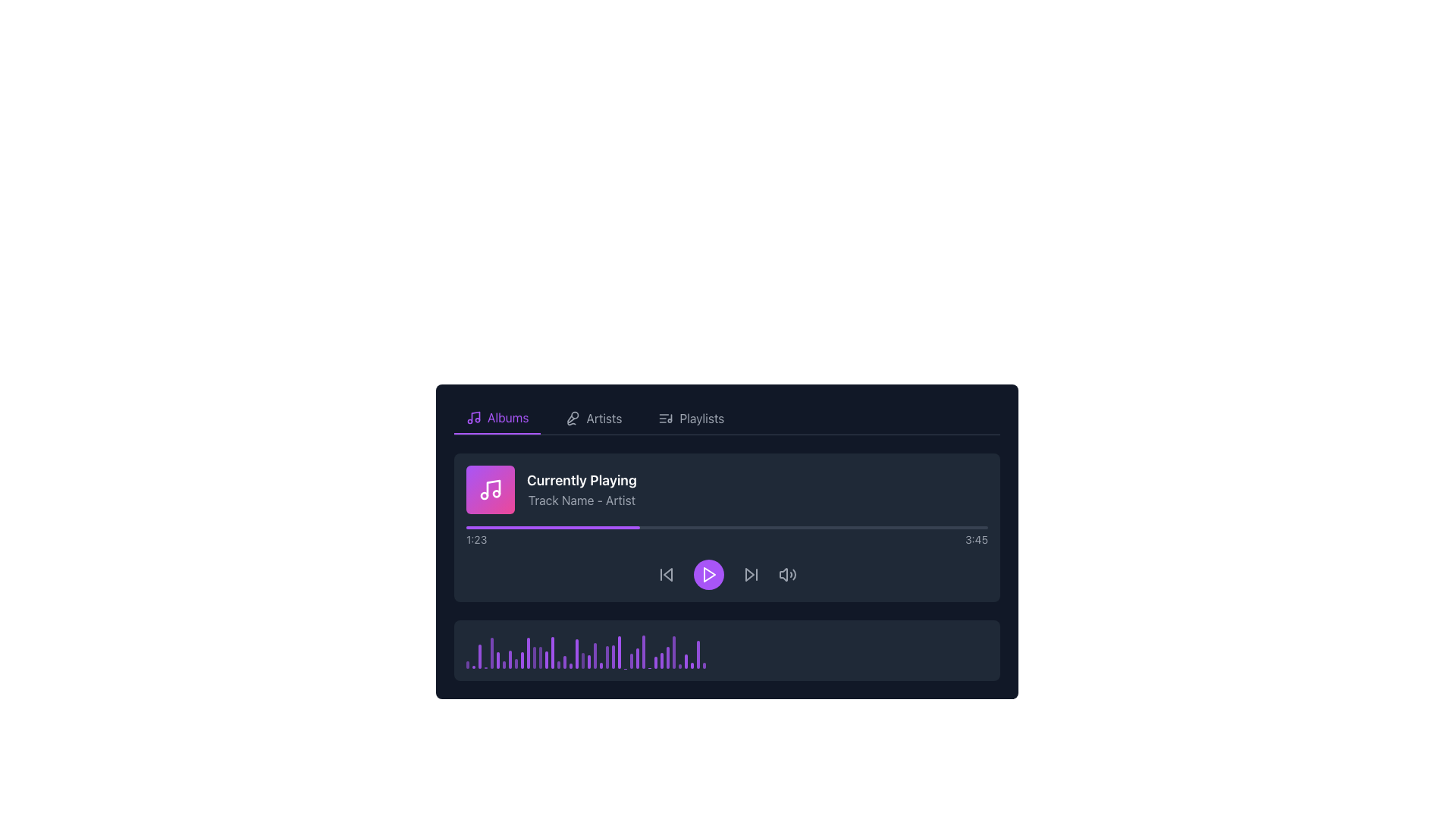  I want to click on the progress bar located below the currently playing track information, so click(726, 526).